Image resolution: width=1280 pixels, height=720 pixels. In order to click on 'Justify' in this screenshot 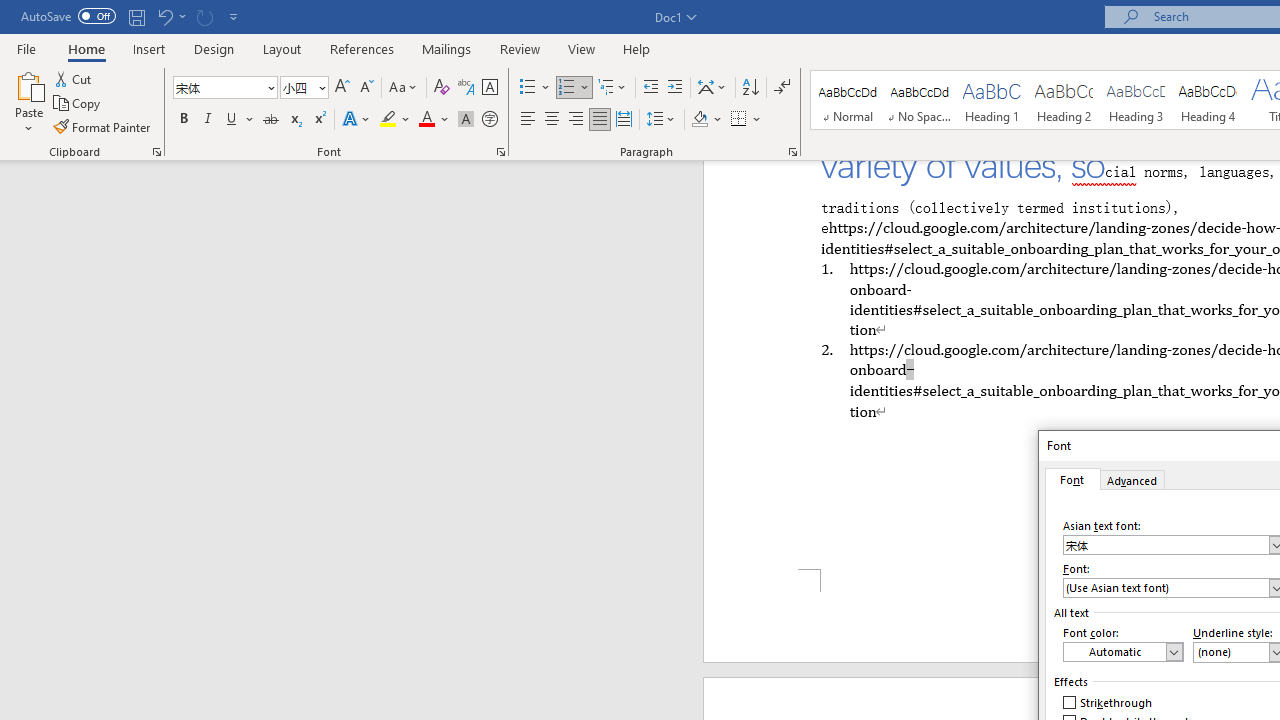, I will do `click(598, 119)`.